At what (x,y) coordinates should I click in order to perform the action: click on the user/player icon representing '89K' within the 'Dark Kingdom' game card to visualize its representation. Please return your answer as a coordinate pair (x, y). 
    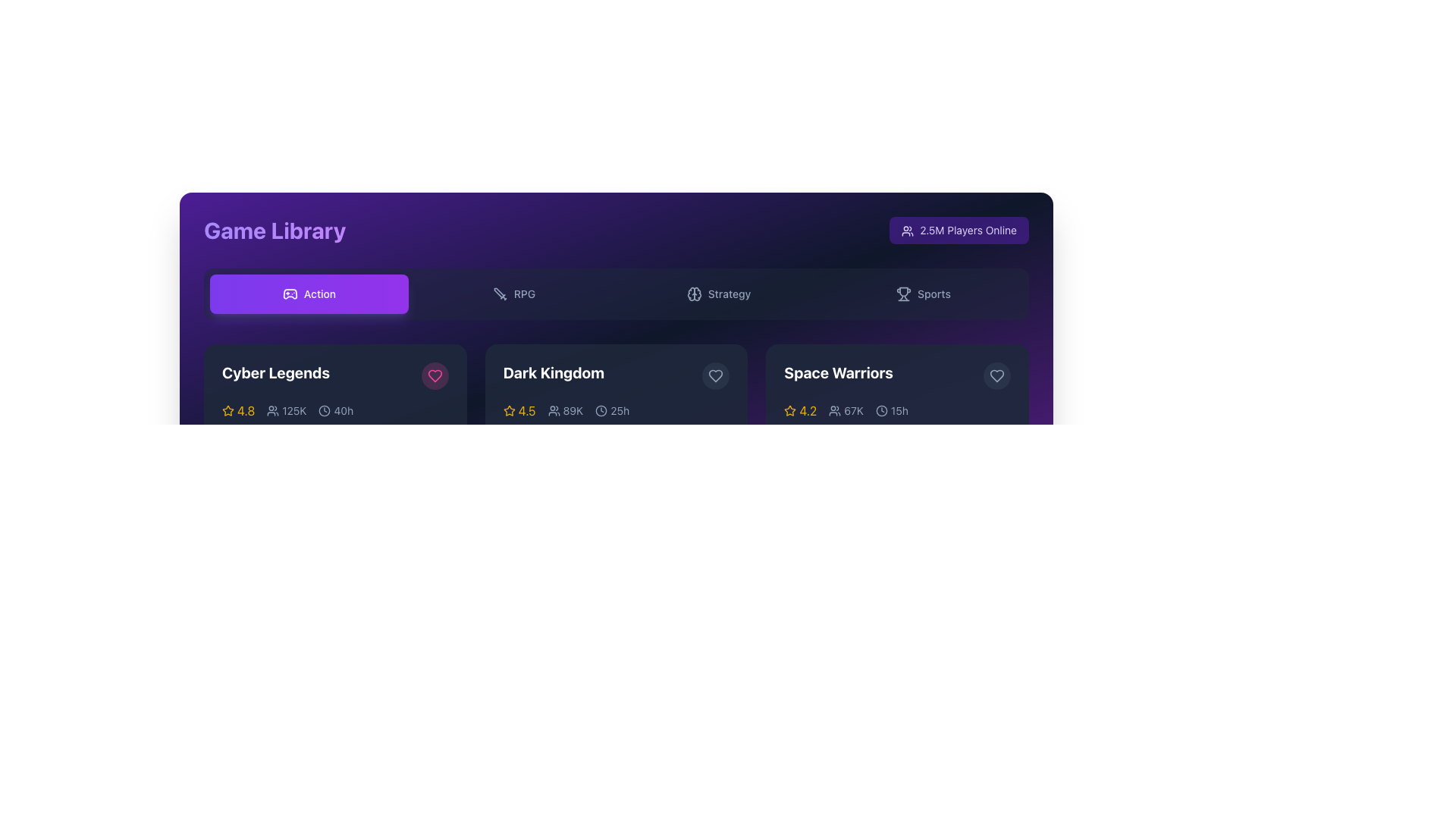
    Looking at the image, I should click on (553, 411).